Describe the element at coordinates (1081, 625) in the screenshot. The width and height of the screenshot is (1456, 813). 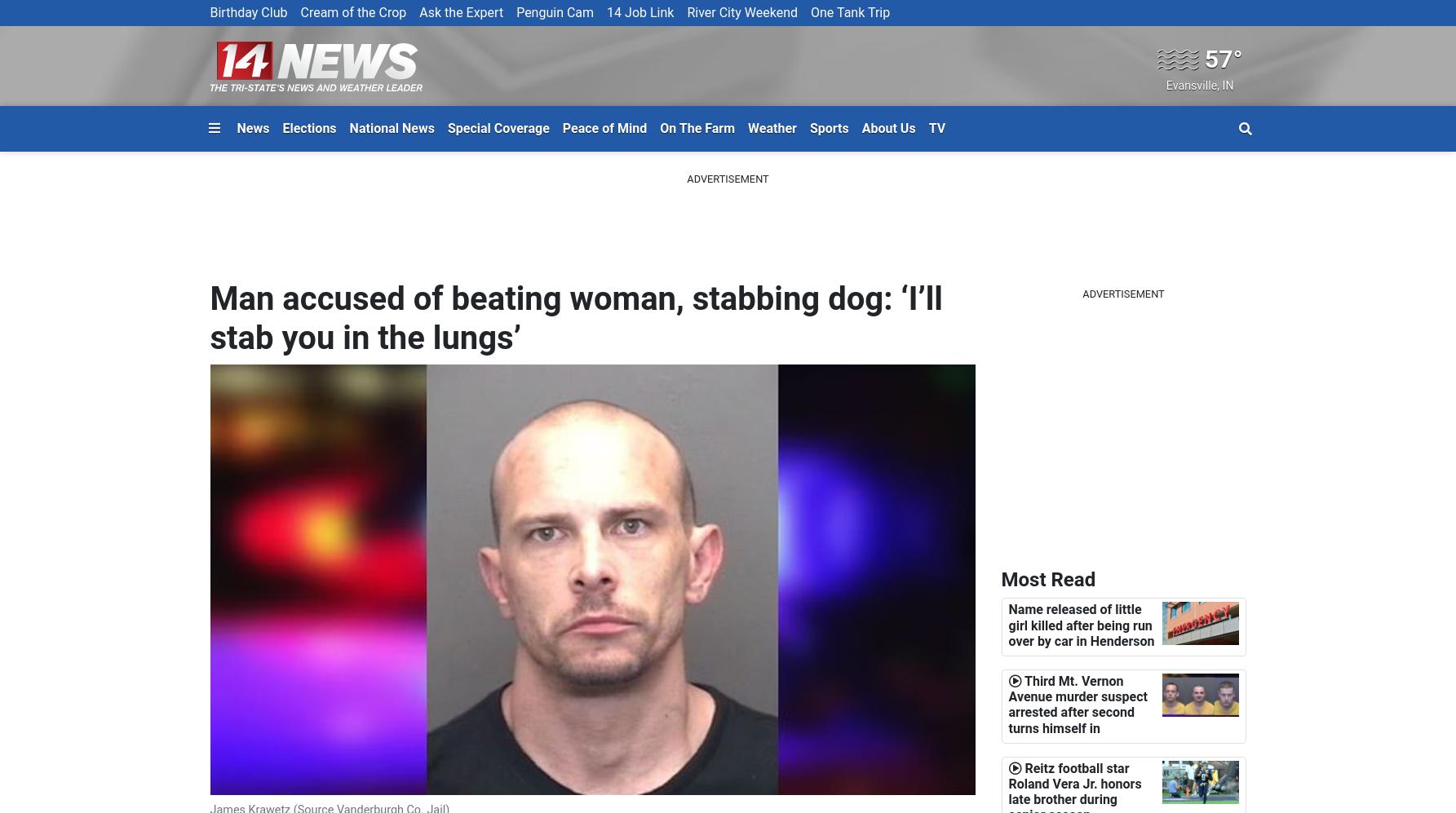
I see `'Name released of little girl killed after being run over by car in Henderson'` at that location.